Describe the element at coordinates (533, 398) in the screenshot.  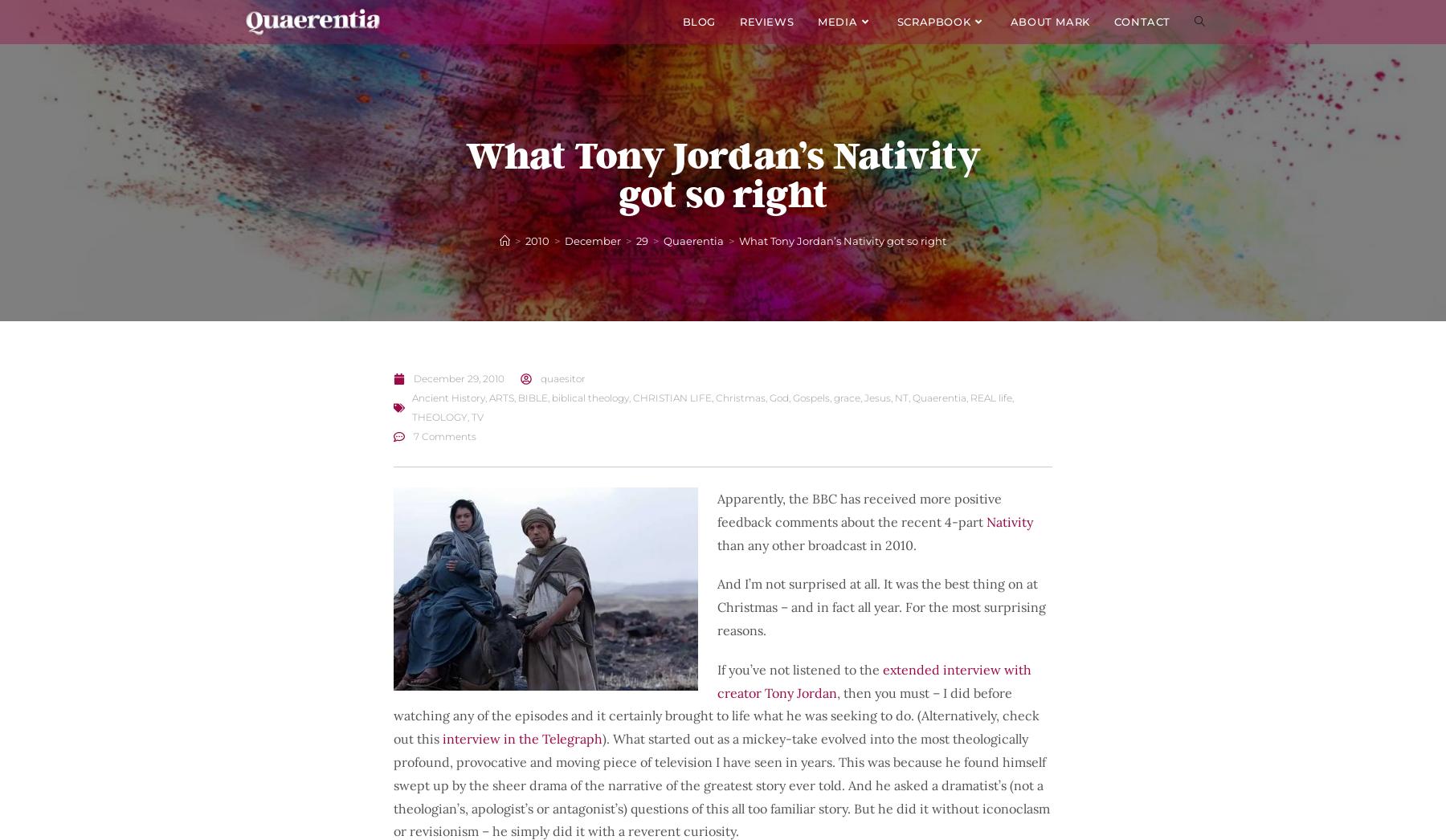
I see `'BIBLE'` at that location.